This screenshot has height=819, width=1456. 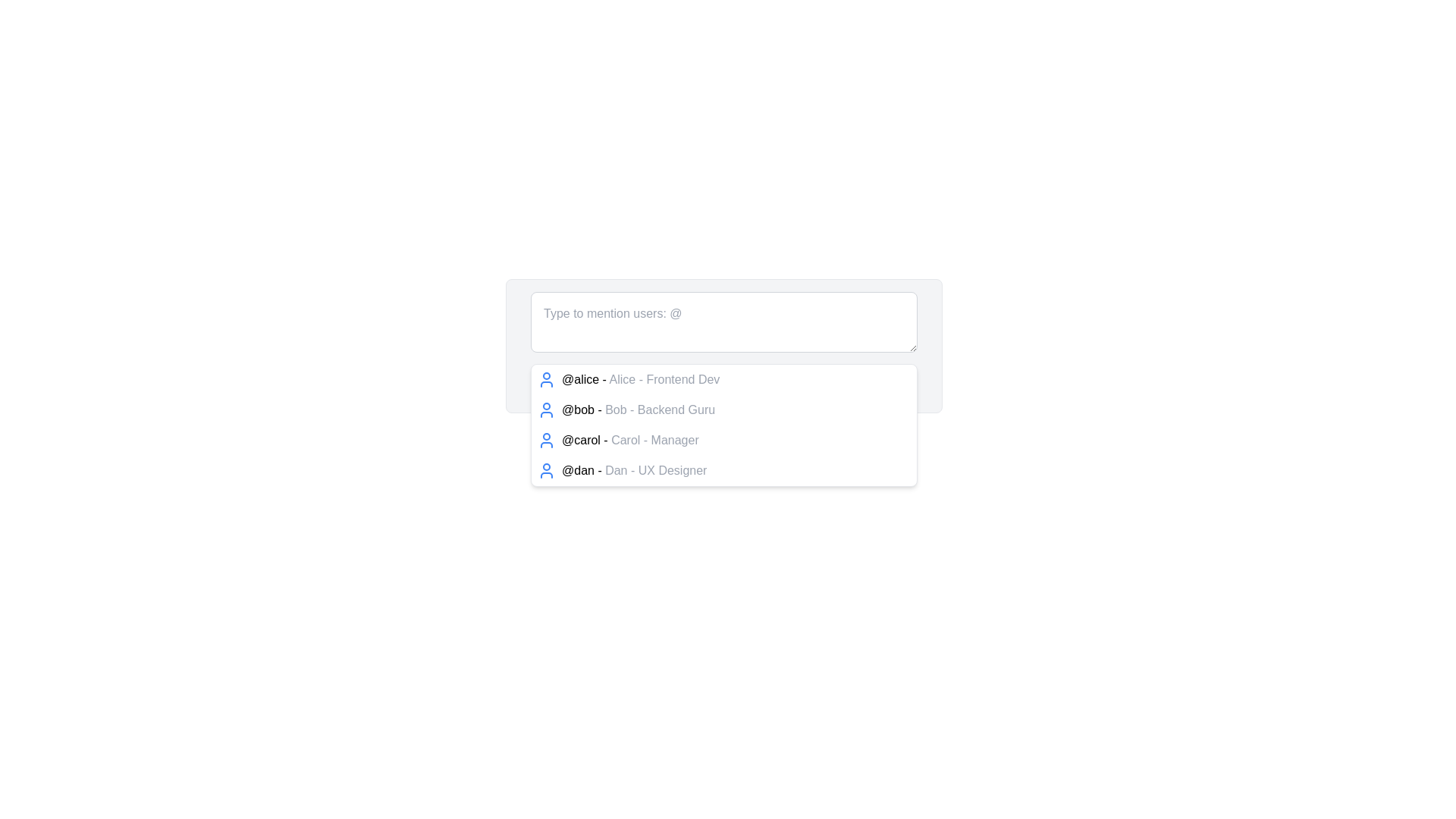 What do you see at coordinates (546, 379) in the screenshot?
I see `the user icon represented by a blue stroke outline of a person, which is located to the left of the label '@alice - Alice - Frontend Dev'` at bounding box center [546, 379].